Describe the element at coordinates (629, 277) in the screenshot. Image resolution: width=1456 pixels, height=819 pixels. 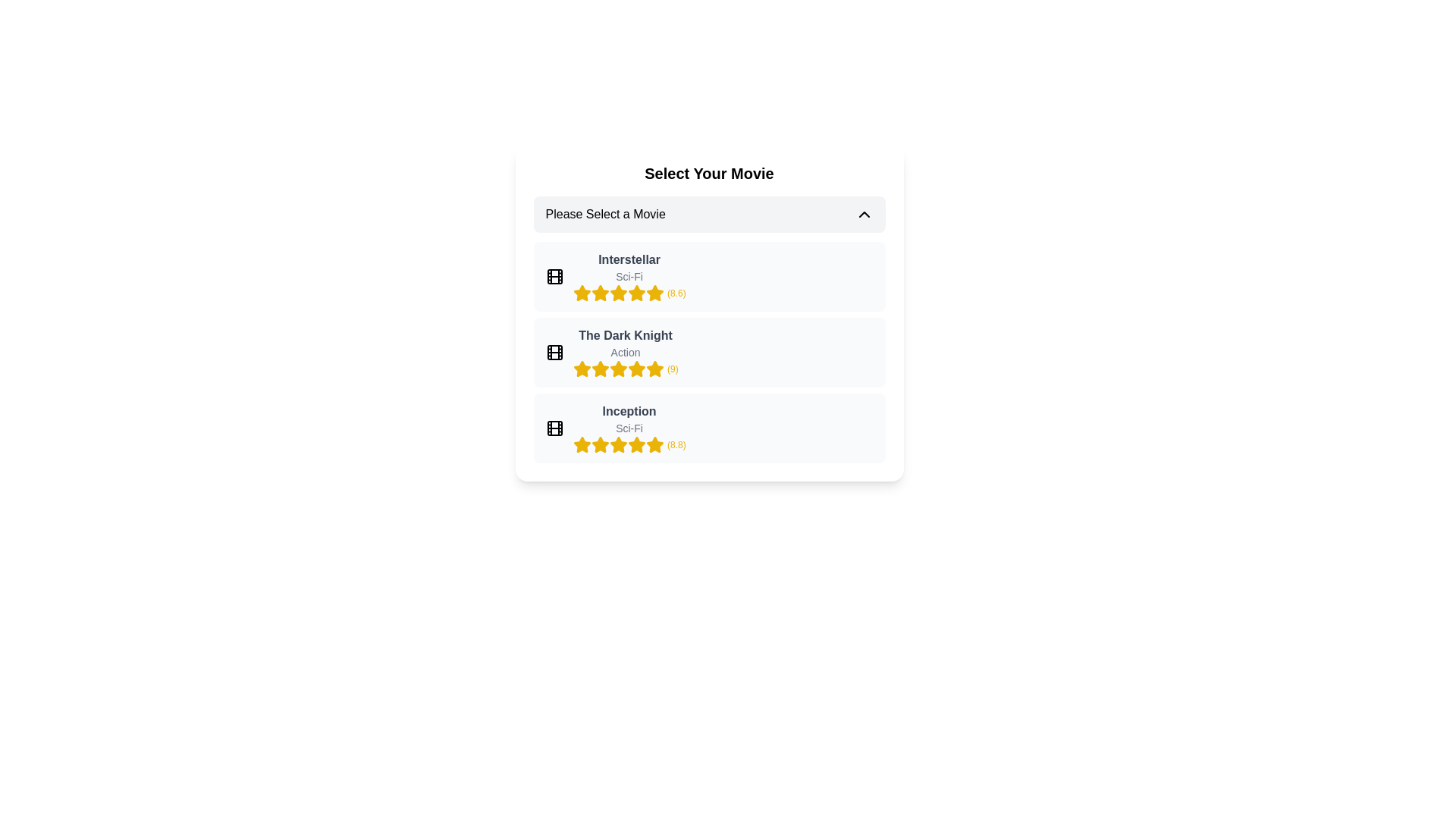
I see `the first movie option under 'Select Your Movie' that displays the movie title, genre, and rating` at that location.